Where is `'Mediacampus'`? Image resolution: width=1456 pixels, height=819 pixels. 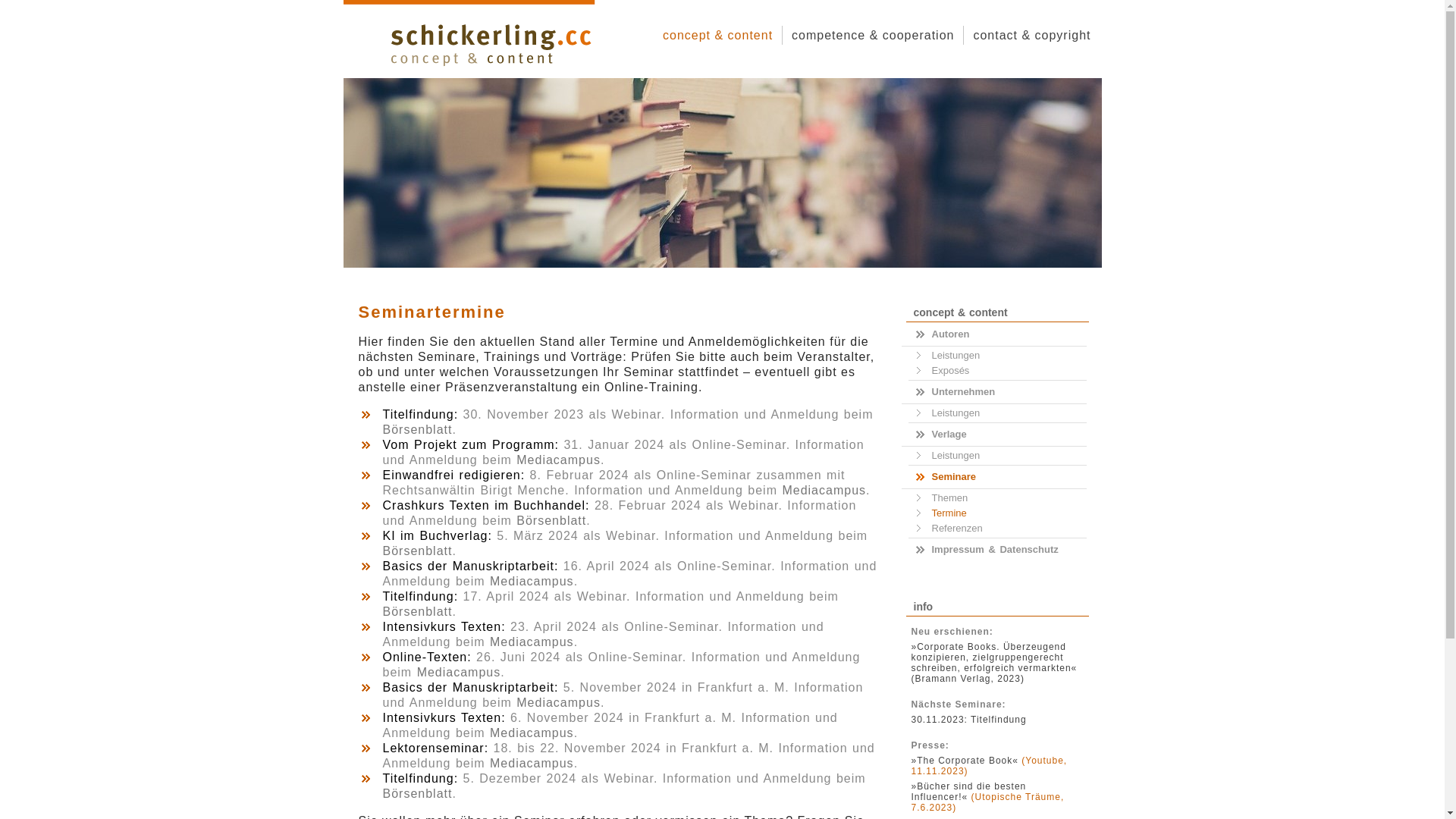 'Mediacampus' is located at coordinates (557, 459).